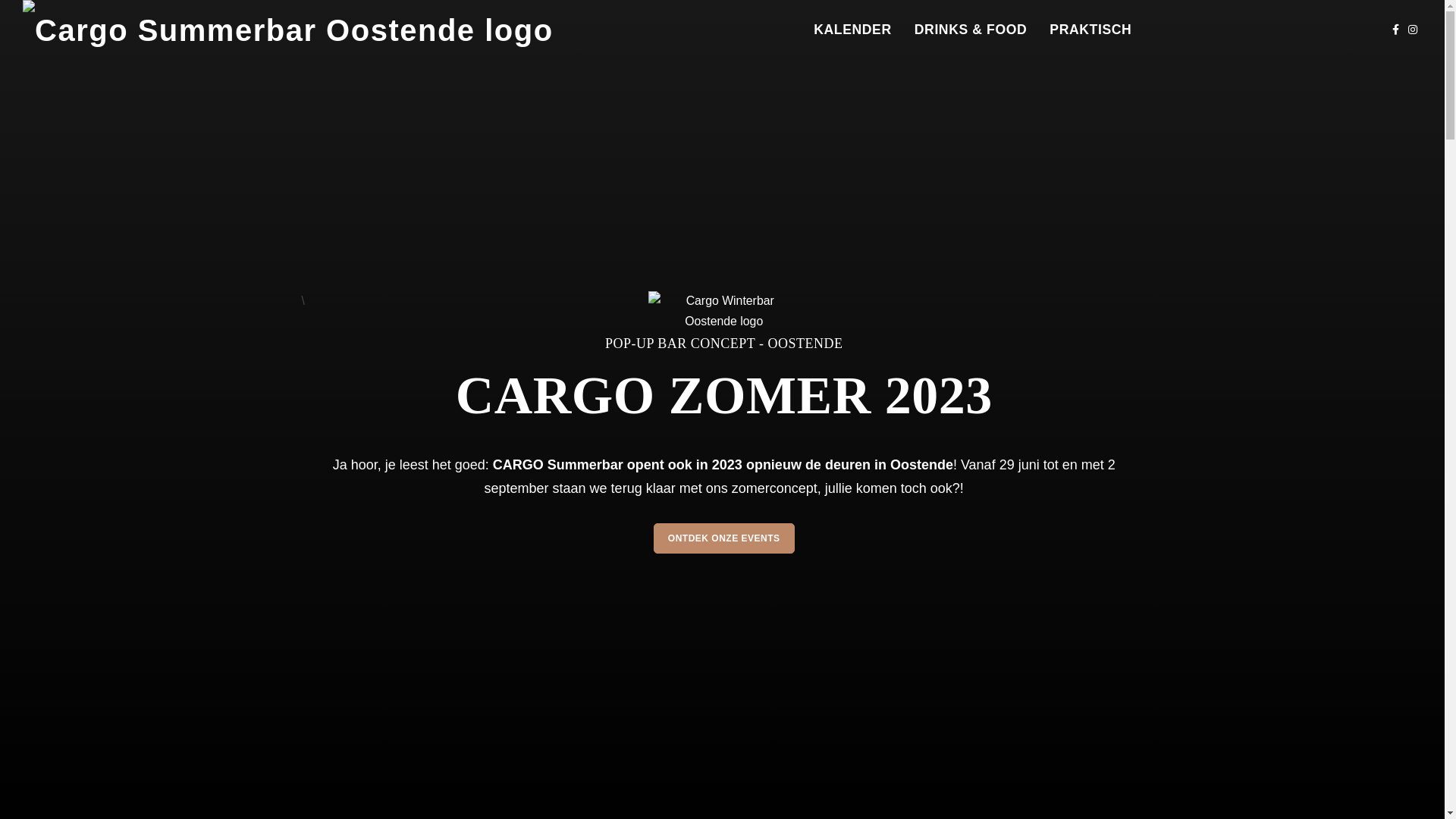 The image size is (1456, 819). I want to click on 'KALENDER', so click(852, 29).